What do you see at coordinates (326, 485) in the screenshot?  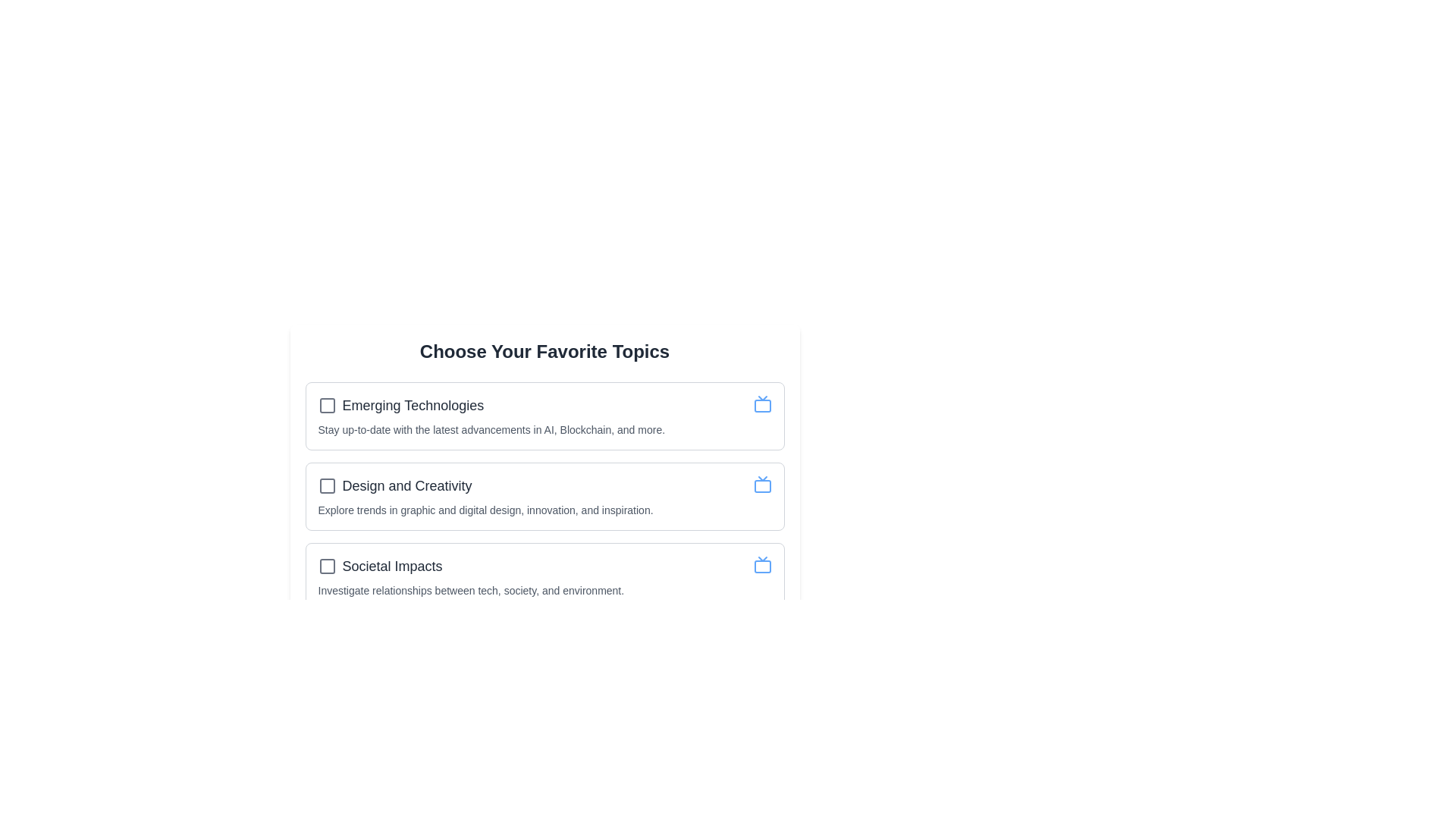 I see `the square checkbox icon associated with the 'Design and Creativity' row` at bounding box center [326, 485].